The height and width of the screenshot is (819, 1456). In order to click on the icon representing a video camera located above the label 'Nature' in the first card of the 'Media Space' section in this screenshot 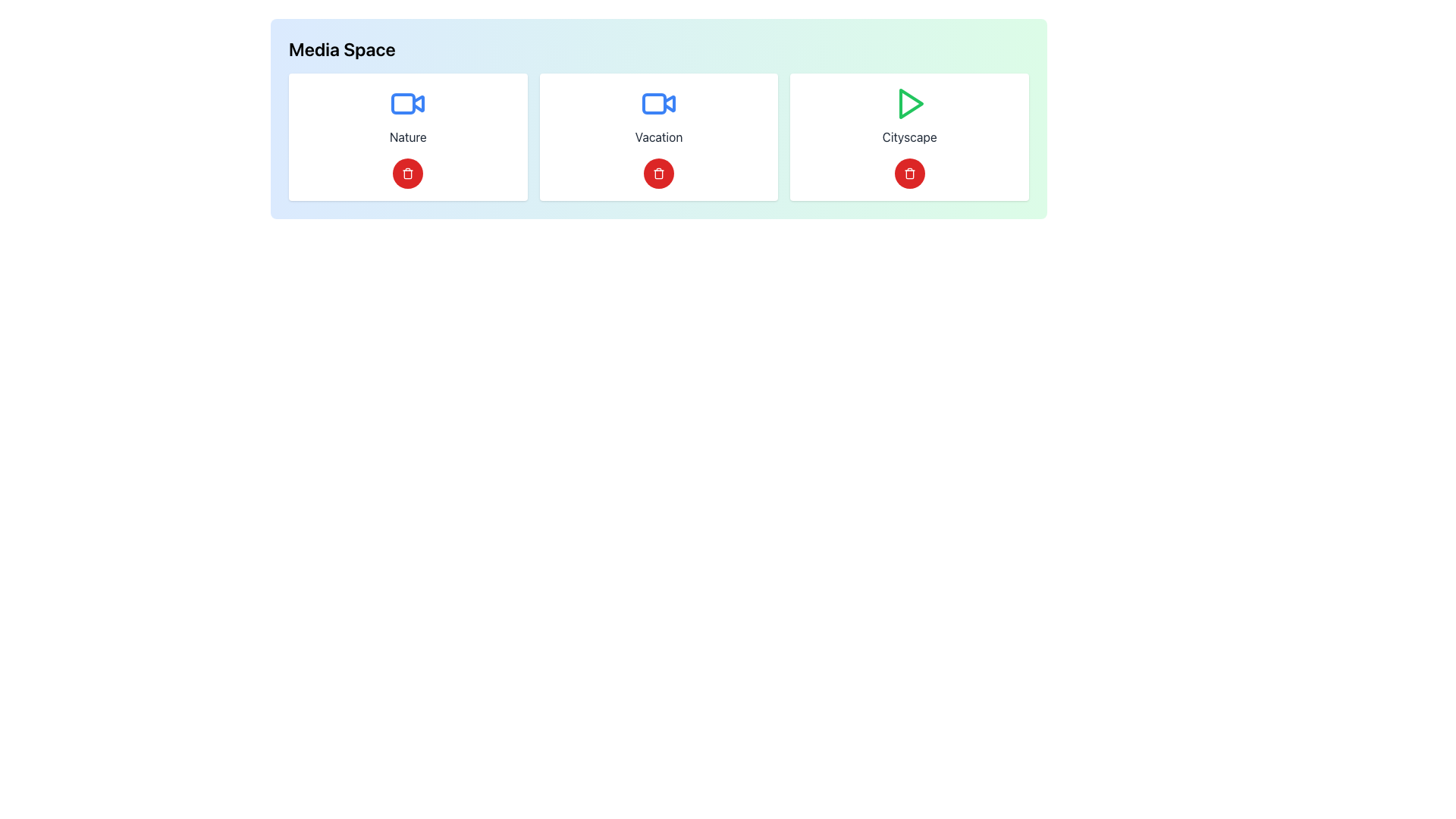, I will do `click(419, 102)`.